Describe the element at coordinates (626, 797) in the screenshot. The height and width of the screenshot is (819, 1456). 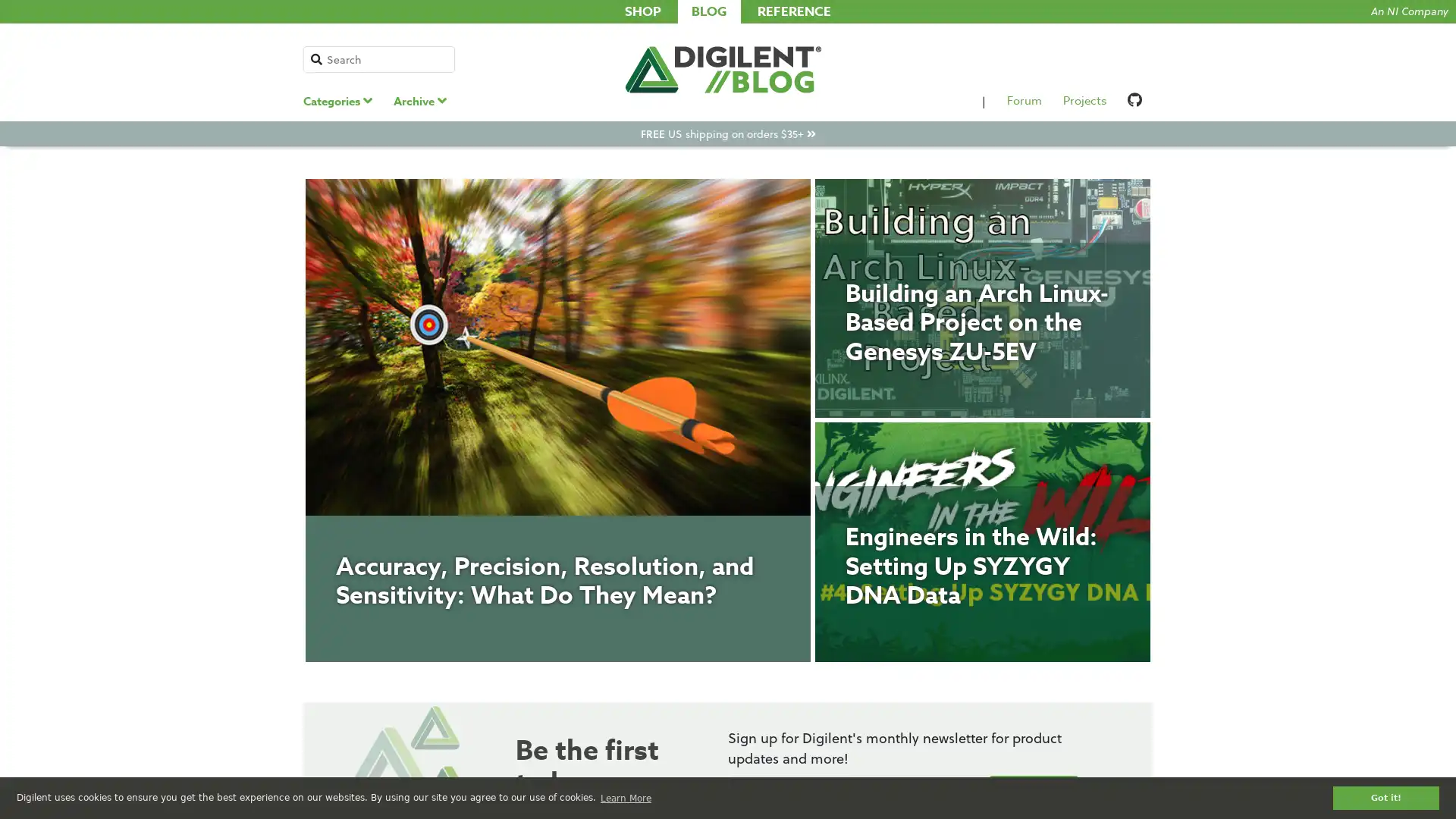
I see `learn more about cookies` at that location.